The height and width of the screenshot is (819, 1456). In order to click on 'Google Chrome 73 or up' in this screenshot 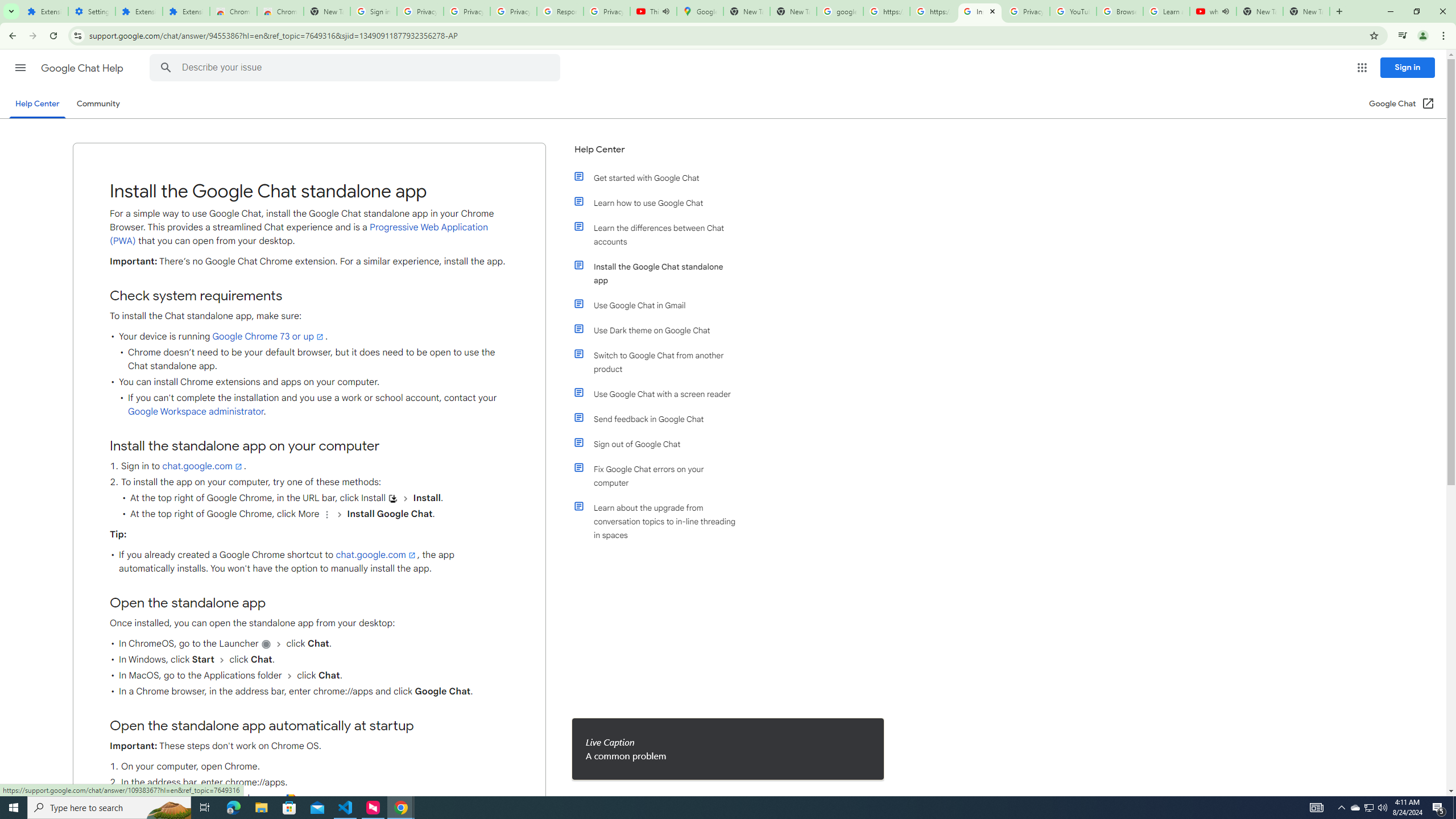, I will do `click(268, 336)`.